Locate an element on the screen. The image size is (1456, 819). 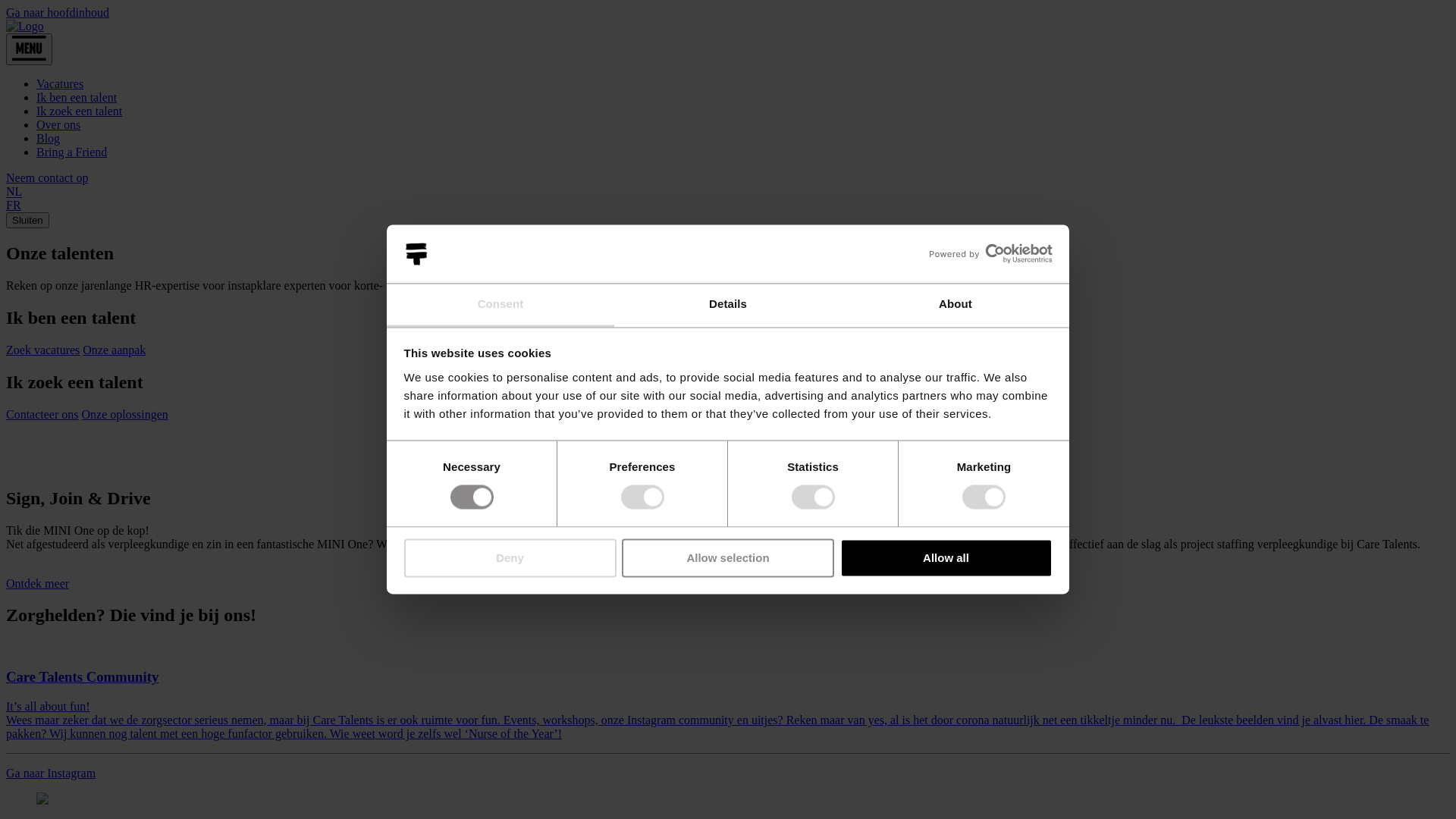
'Ik zoek een talent' is located at coordinates (78, 110).